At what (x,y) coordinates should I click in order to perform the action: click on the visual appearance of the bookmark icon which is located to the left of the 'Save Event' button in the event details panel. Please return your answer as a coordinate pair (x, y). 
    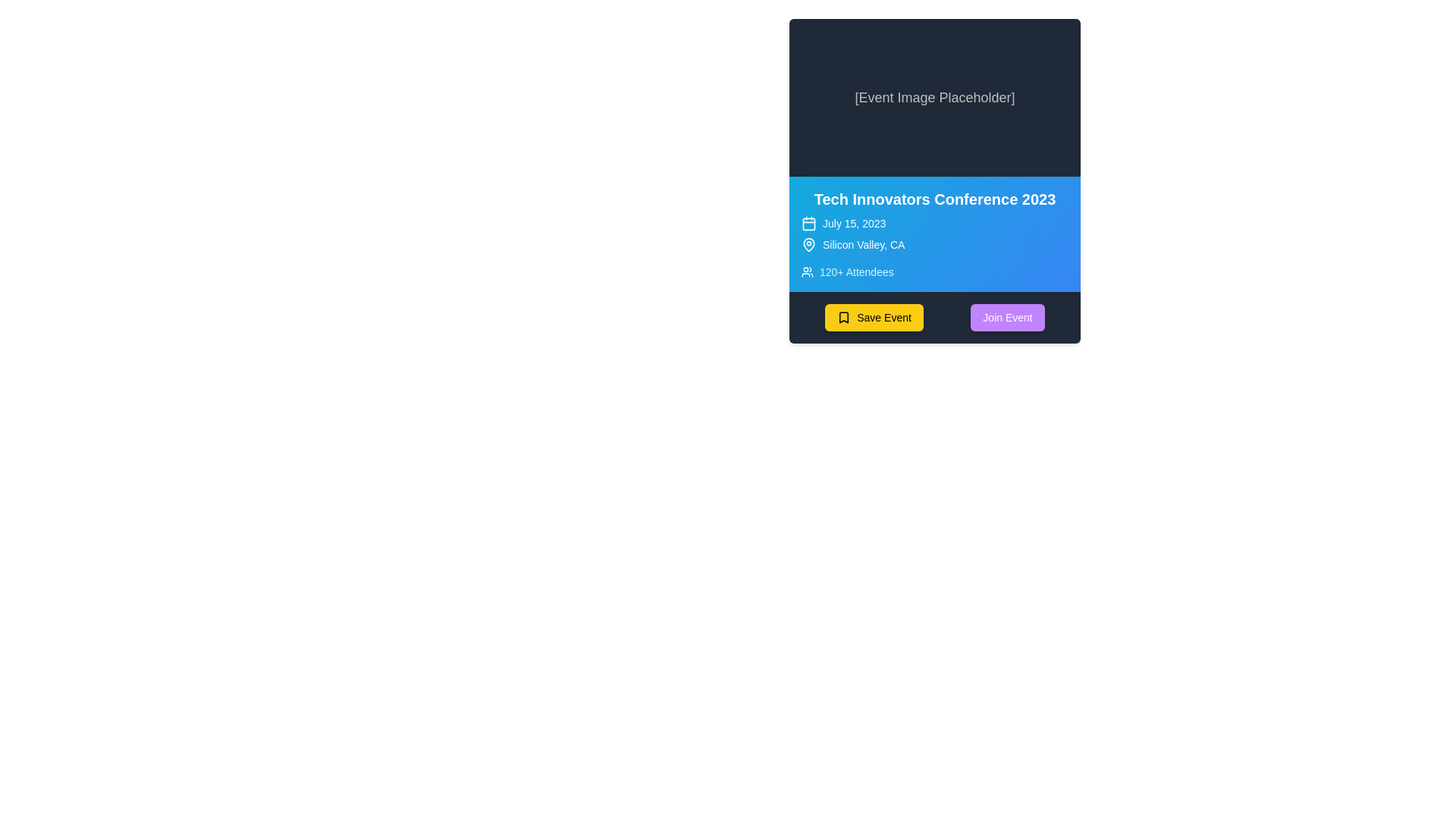
    Looking at the image, I should click on (843, 317).